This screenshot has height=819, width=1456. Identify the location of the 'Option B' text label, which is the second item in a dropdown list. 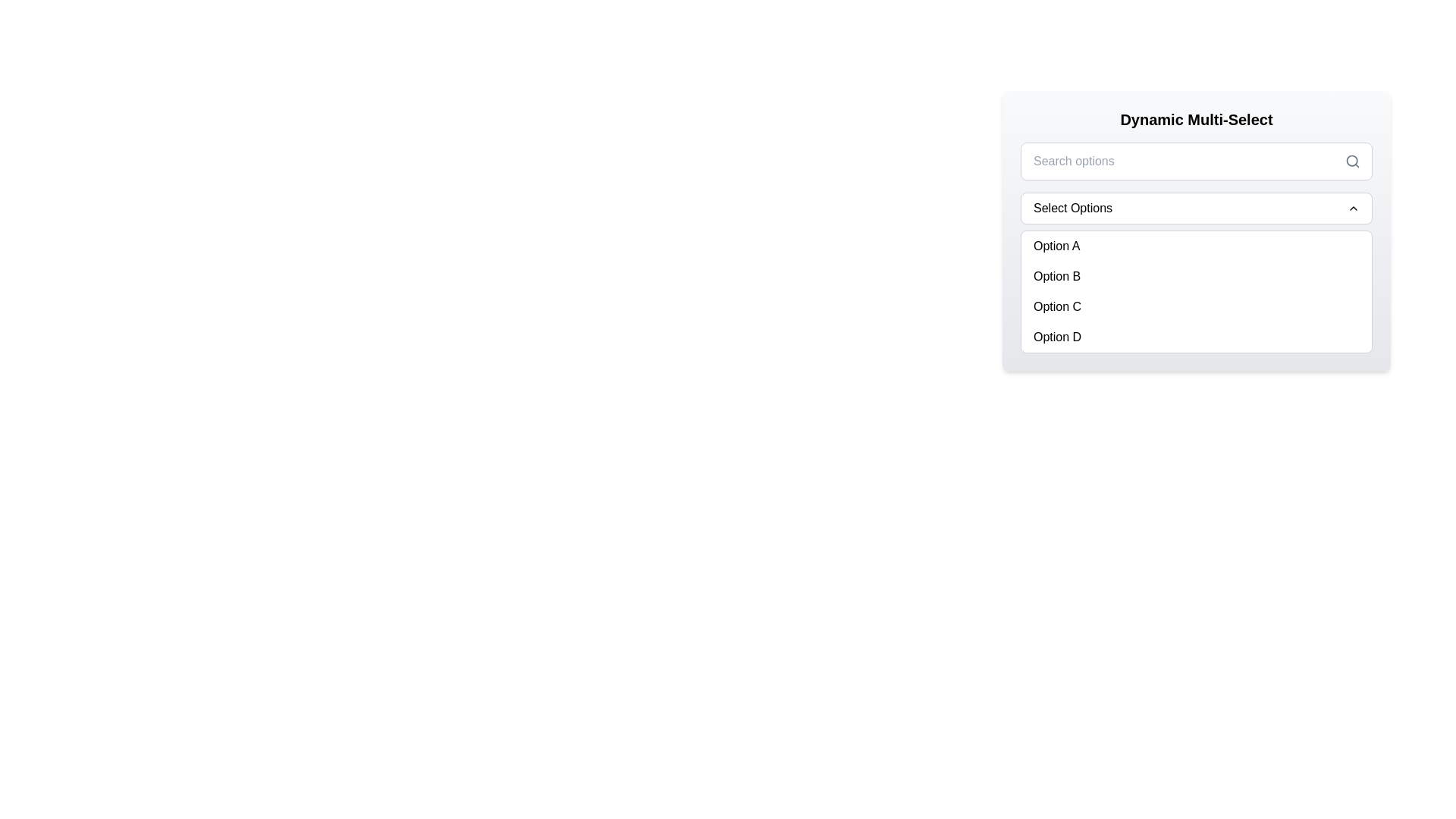
(1056, 277).